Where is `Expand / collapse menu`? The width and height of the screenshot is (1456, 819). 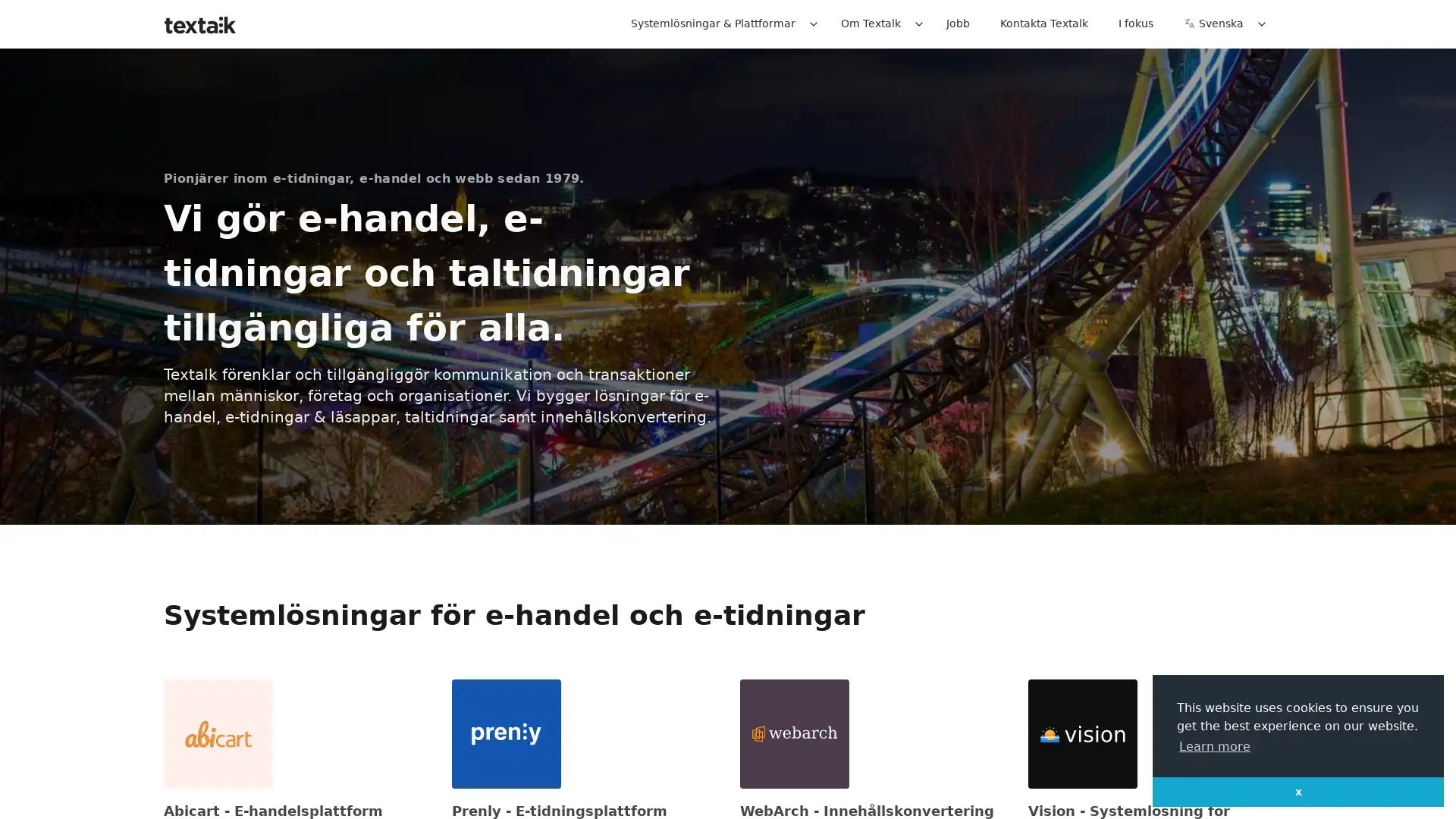 Expand / collapse menu is located at coordinates (811, 23).